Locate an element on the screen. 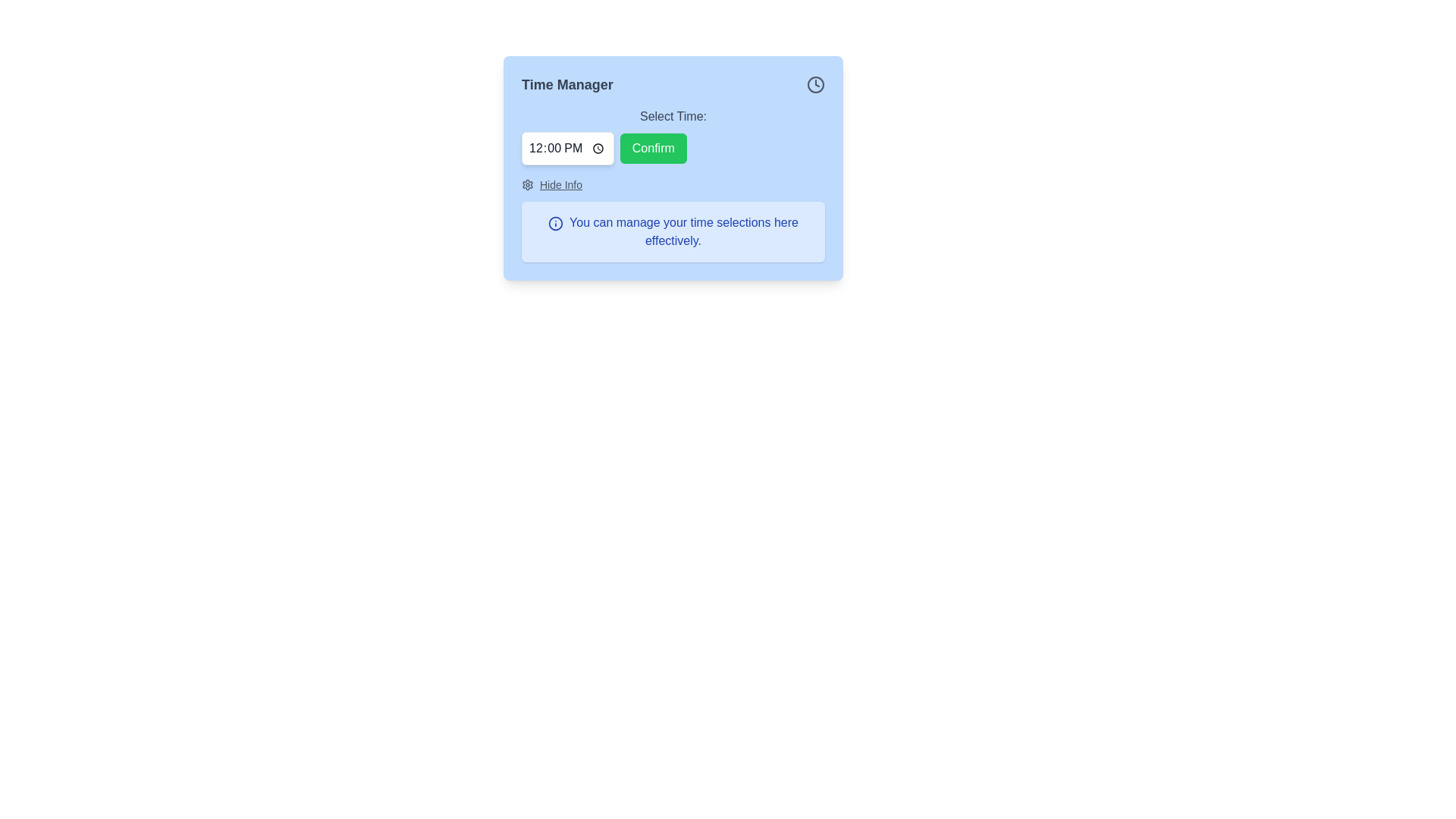  the clock icon located at the top-right corner of the blue dialog box, adjacent to the 'Time Manager' title is located at coordinates (814, 84).